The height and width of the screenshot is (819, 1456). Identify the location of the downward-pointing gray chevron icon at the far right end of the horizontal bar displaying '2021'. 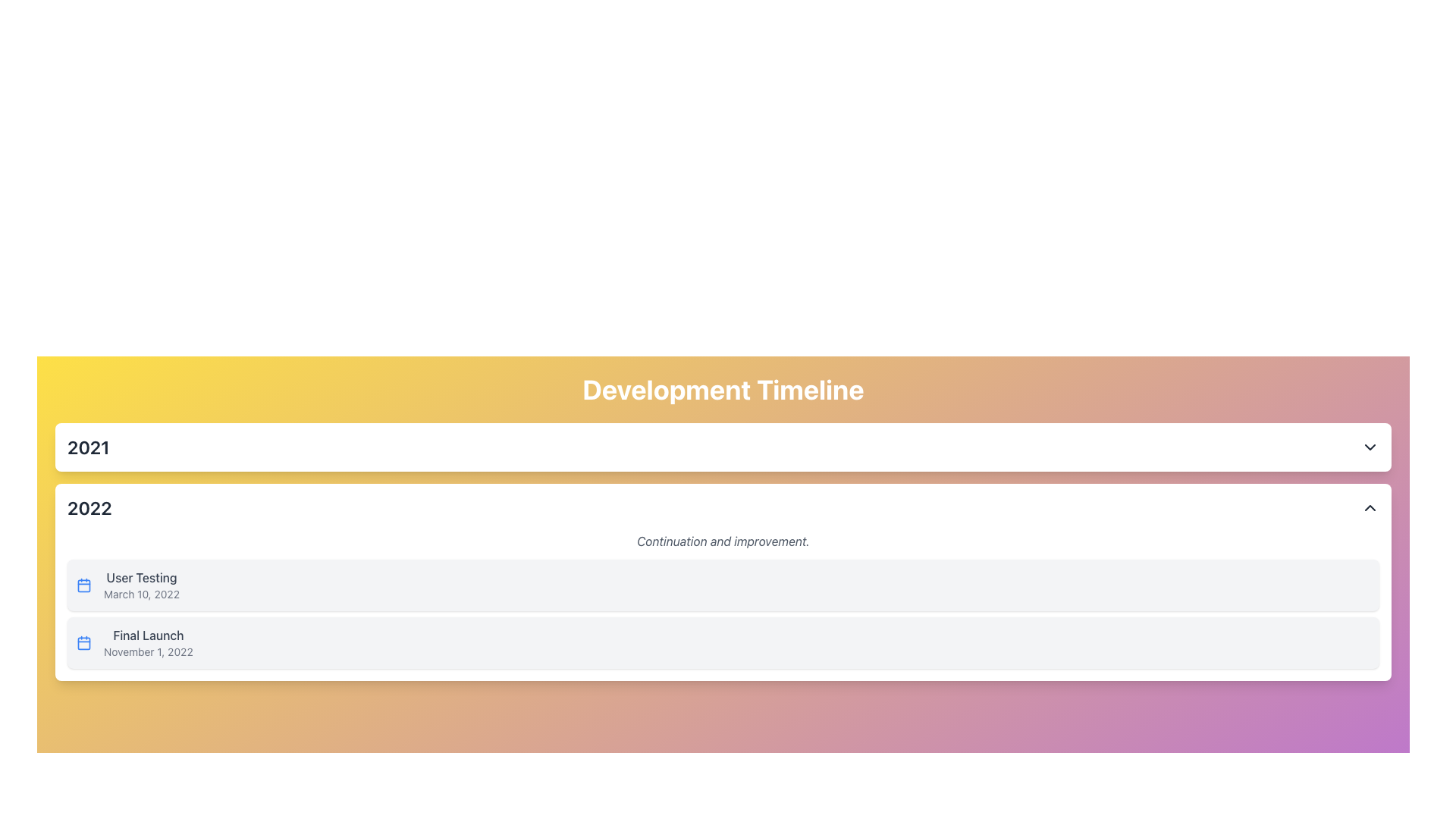
(1370, 447).